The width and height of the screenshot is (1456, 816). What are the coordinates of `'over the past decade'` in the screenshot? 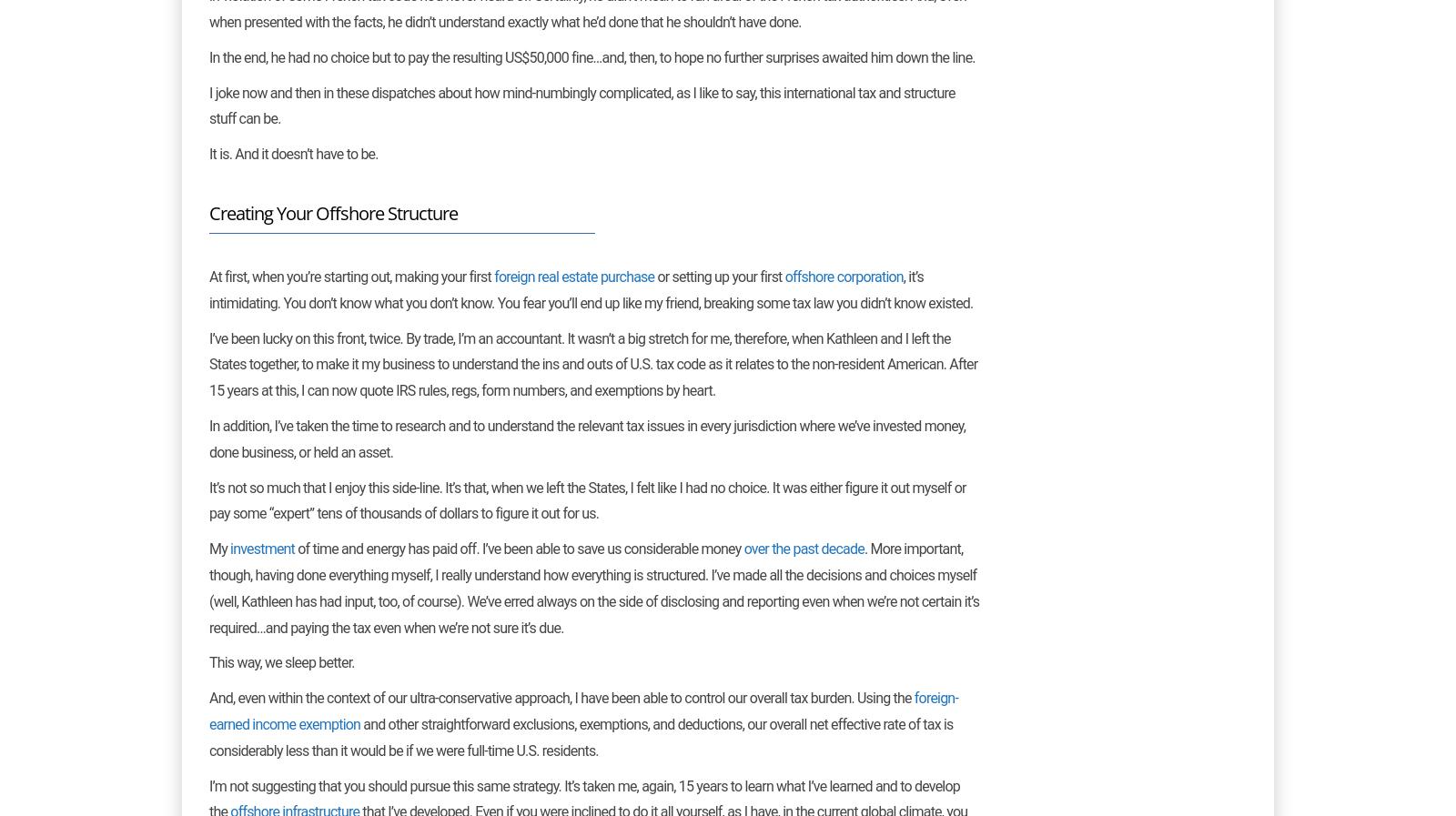 It's located at (803, 549).